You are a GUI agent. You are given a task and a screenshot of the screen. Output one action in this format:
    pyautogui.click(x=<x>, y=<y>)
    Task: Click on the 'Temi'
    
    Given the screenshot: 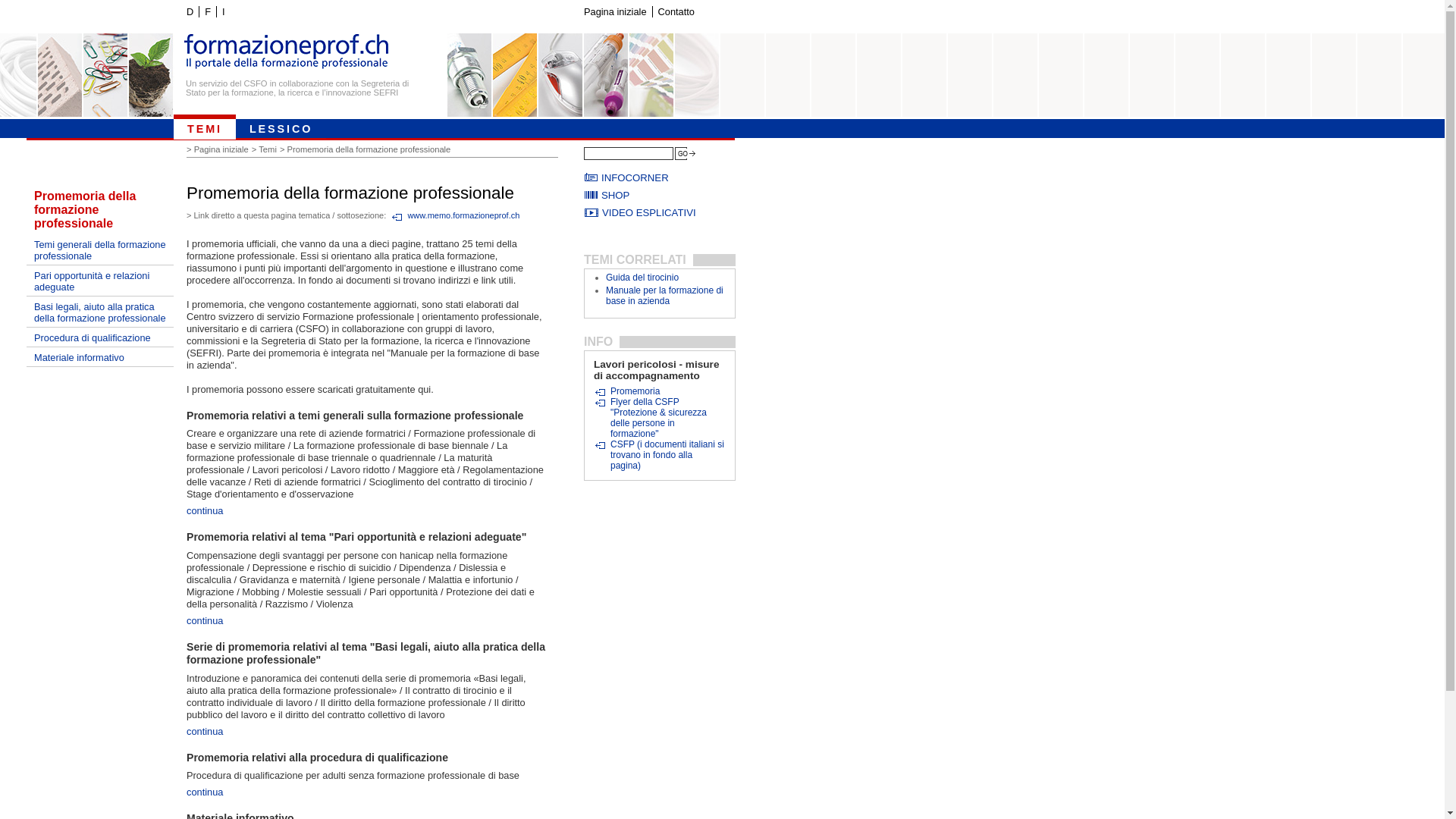 What is the action you would take?
    pyautogui.click(x=269, y=149)
    